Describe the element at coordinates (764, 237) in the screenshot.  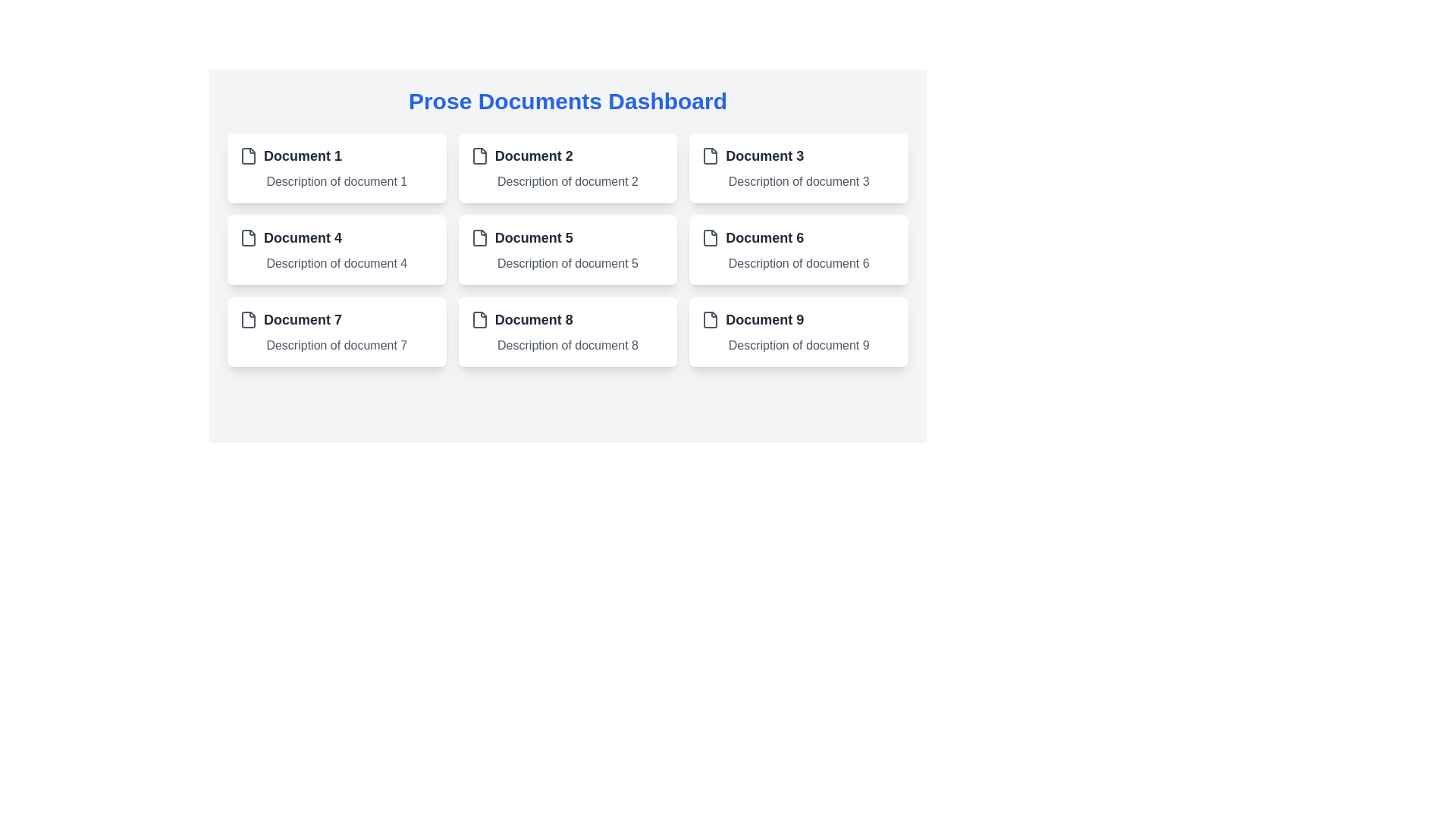
I see `the label that provides the title of the associated document in the sixth card of a grid layout` at that location.